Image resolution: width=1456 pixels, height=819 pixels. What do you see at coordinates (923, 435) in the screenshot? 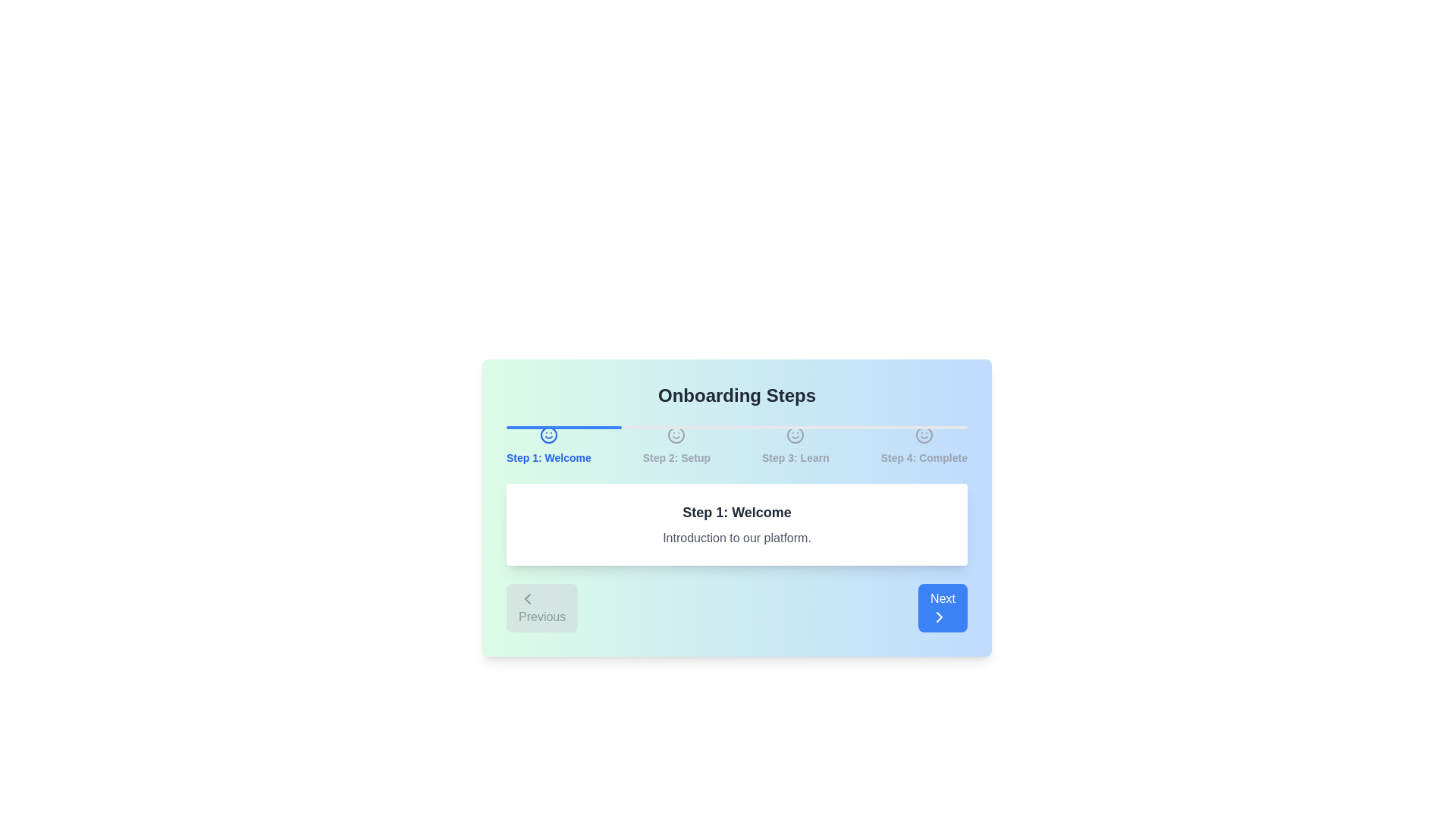
I see `the circular component of the progress icon for 'Step 4: Complete' in the onboarding steps` at bounding box center [923, 435].